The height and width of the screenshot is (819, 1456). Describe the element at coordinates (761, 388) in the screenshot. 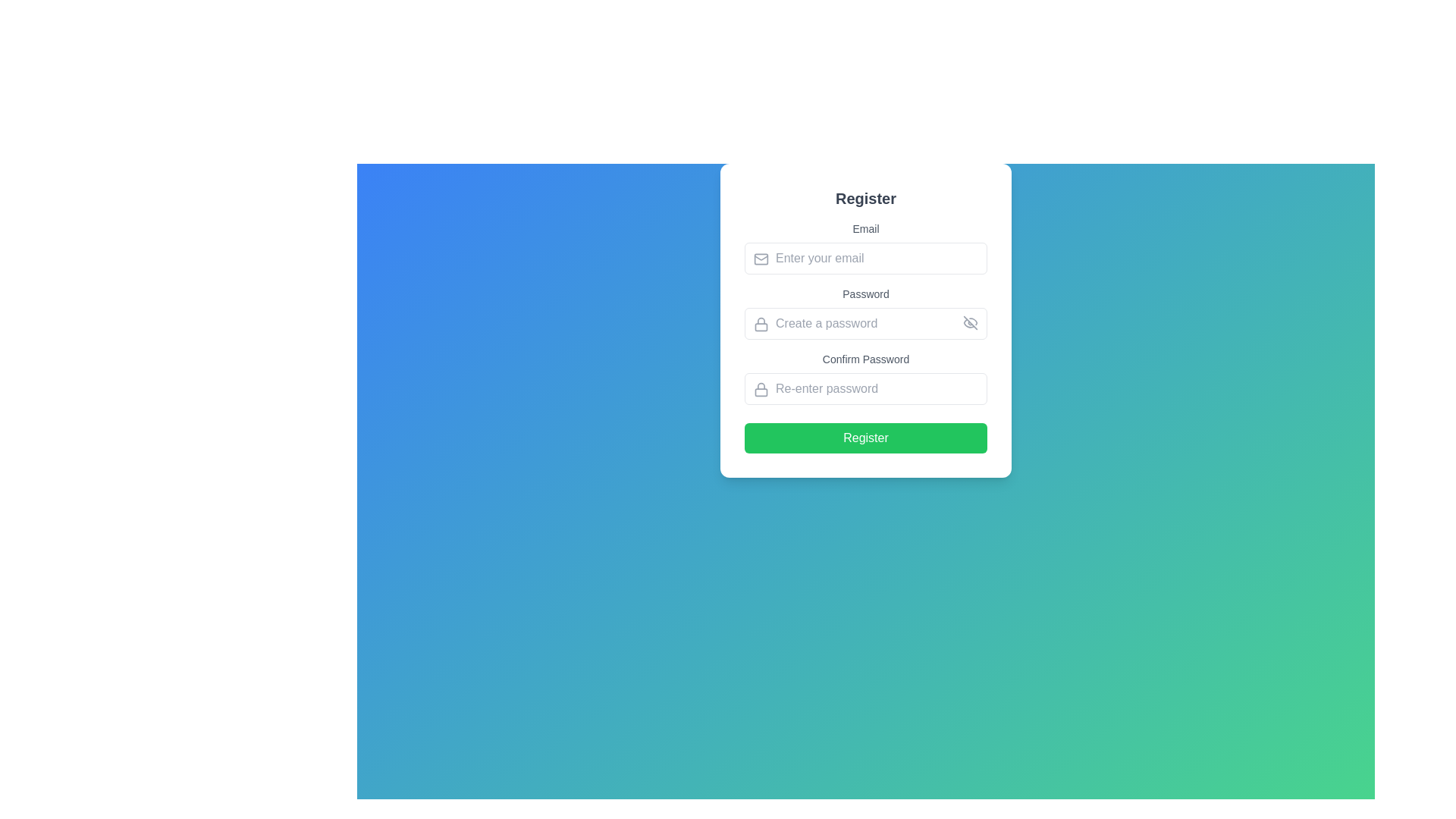

I see `the gray lock icon located at the far left of the 'Re-enter password' input field` at that location.